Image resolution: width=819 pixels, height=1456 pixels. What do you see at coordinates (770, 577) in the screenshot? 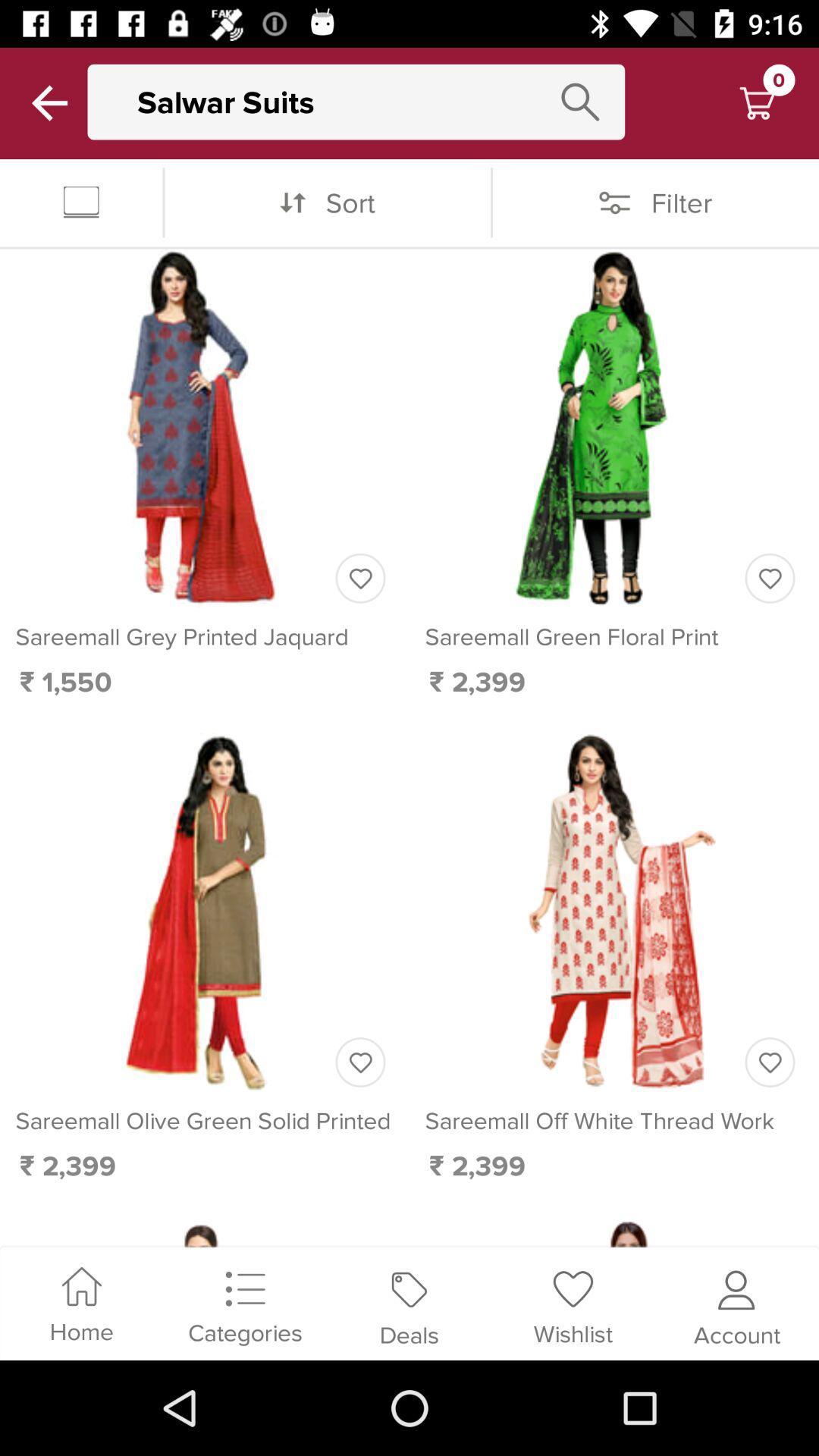
I see `love outfit` at bounding box center [770, 577].